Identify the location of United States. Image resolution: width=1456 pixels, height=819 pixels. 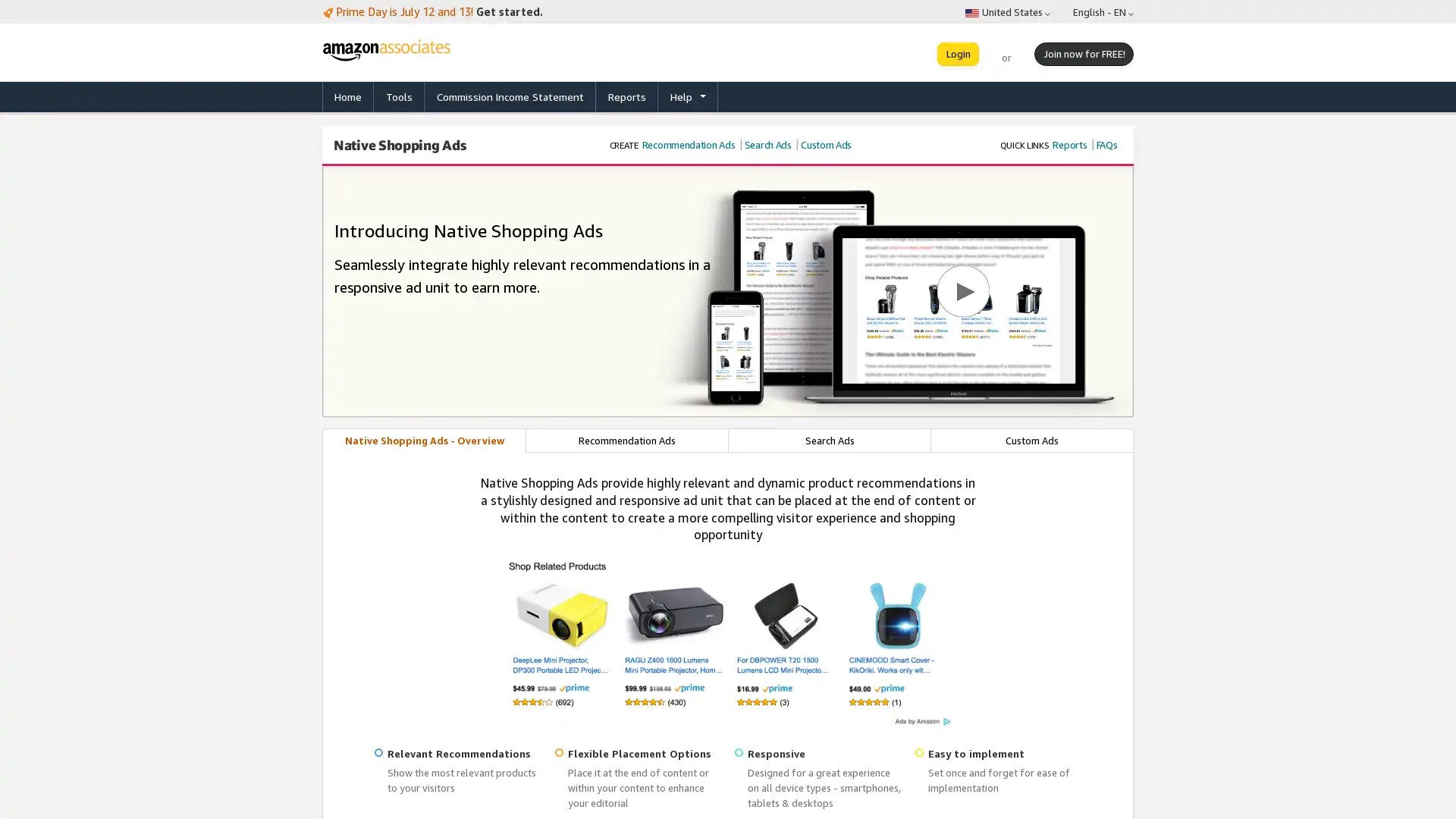
(1007, 11).